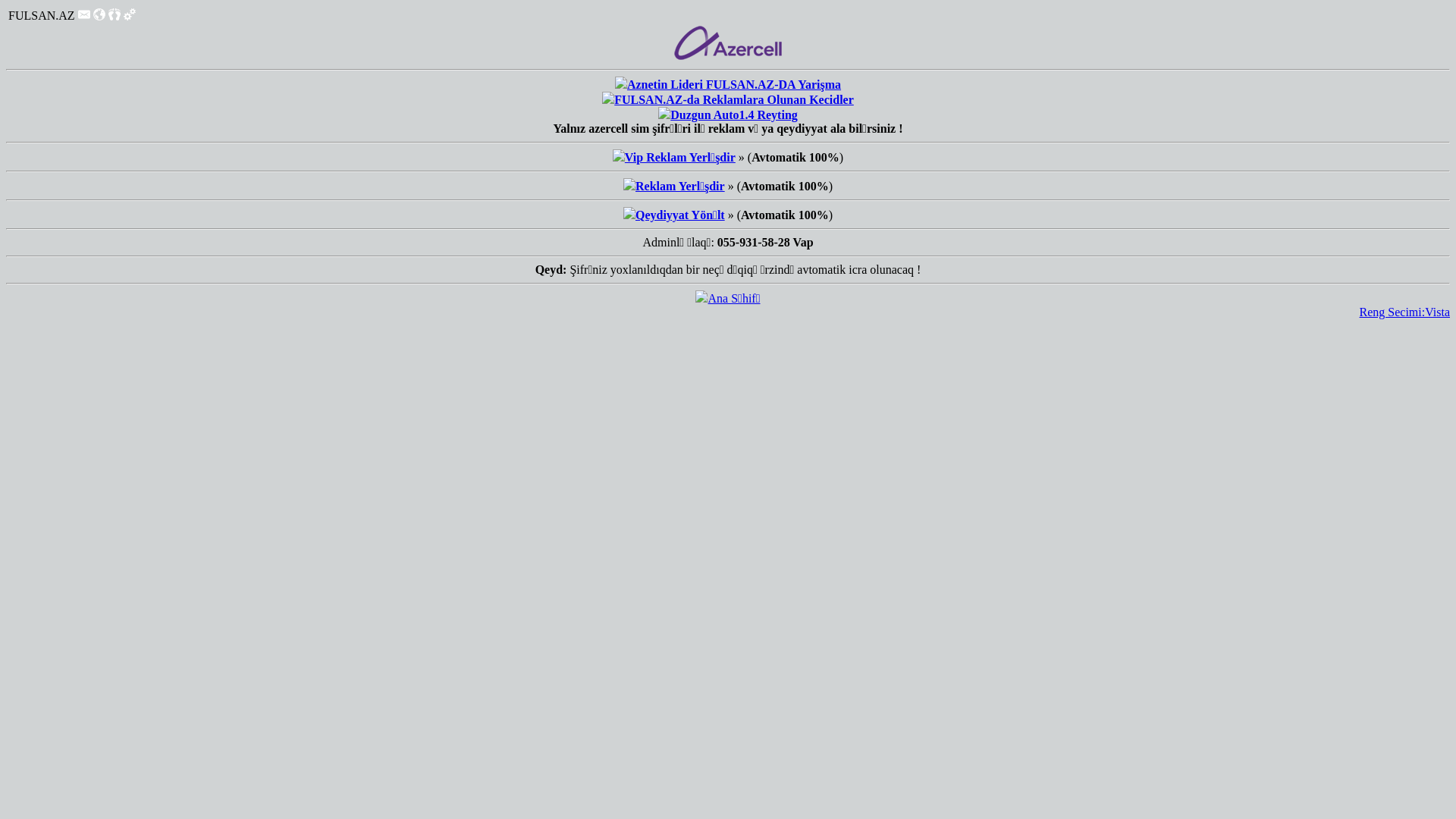 This screenshot has width=1456, height=819. What do you see at coordinates (734, 99) in the screenshot?
I see `'FULSAN.AZ-da Reklamlara Olunan Kecidler'` at bounding box center [734, 99].